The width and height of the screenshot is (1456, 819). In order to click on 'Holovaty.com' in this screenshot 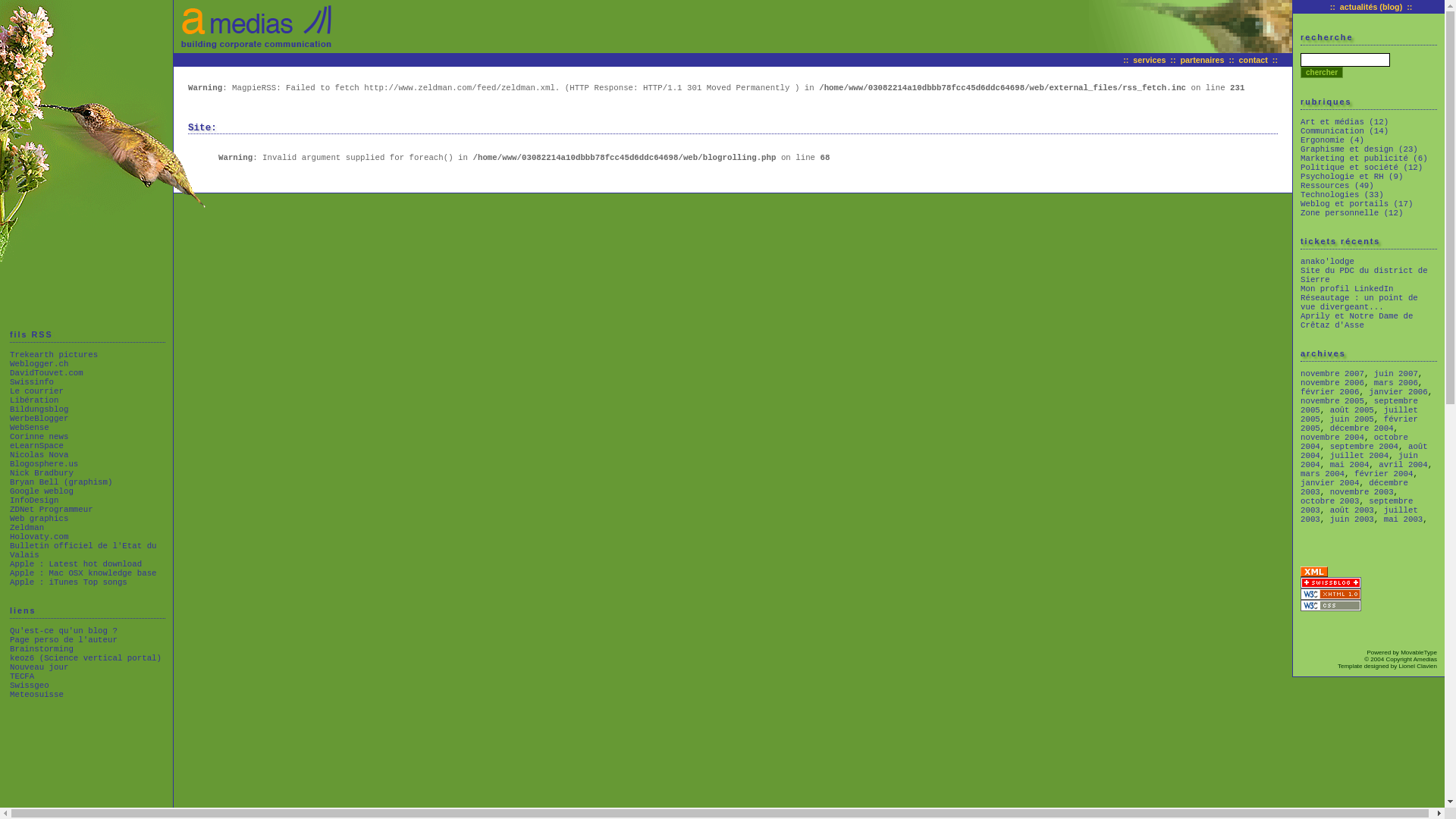, I will do `click(39, 536)`.